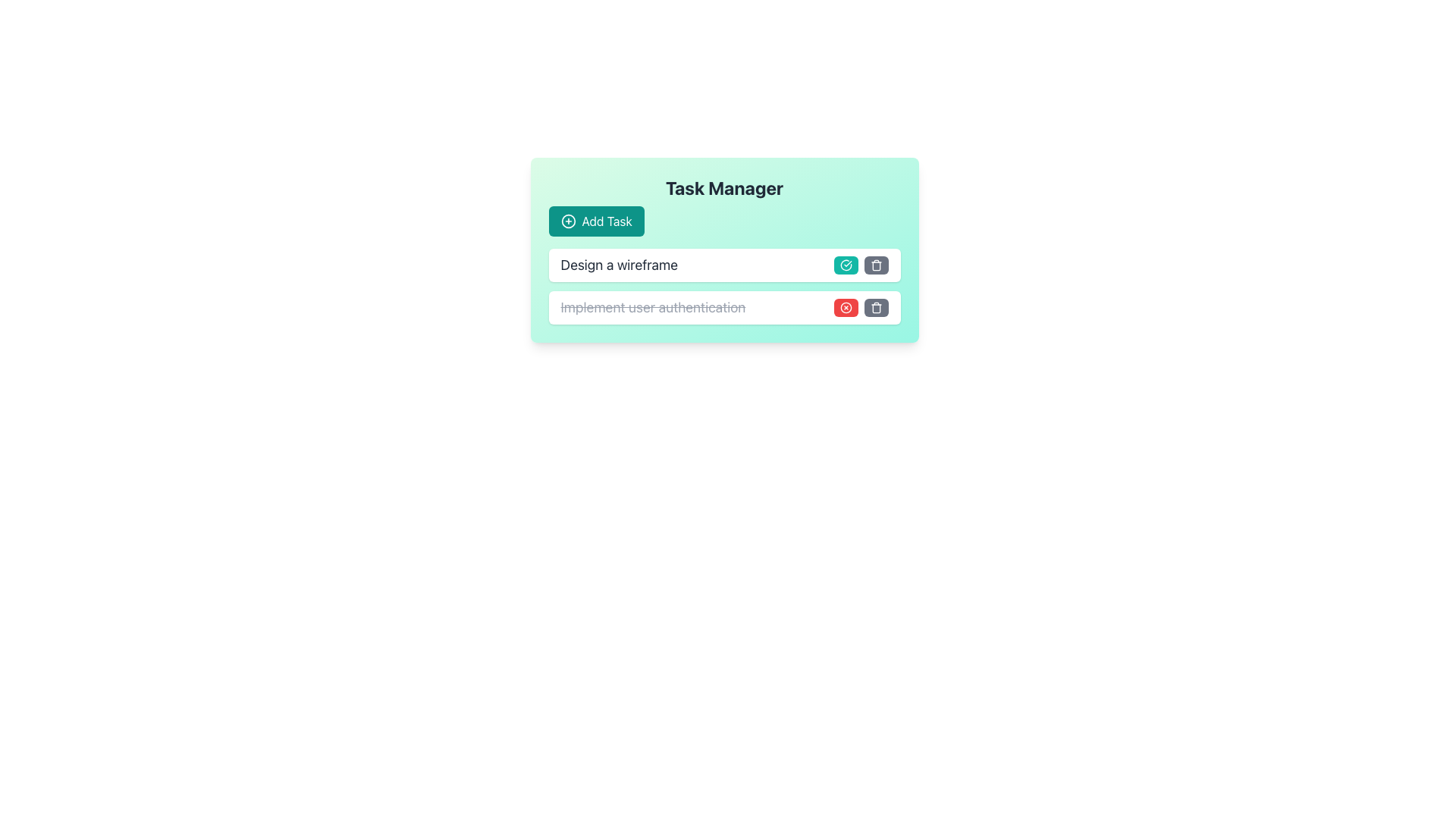 Image resolution: width=1456 pixels, height=819 pixels. What do you see at coordinates (723, 206) in the screenshot?
I see `across the 'Task Manager' heading` at bounding box center [723, 206].